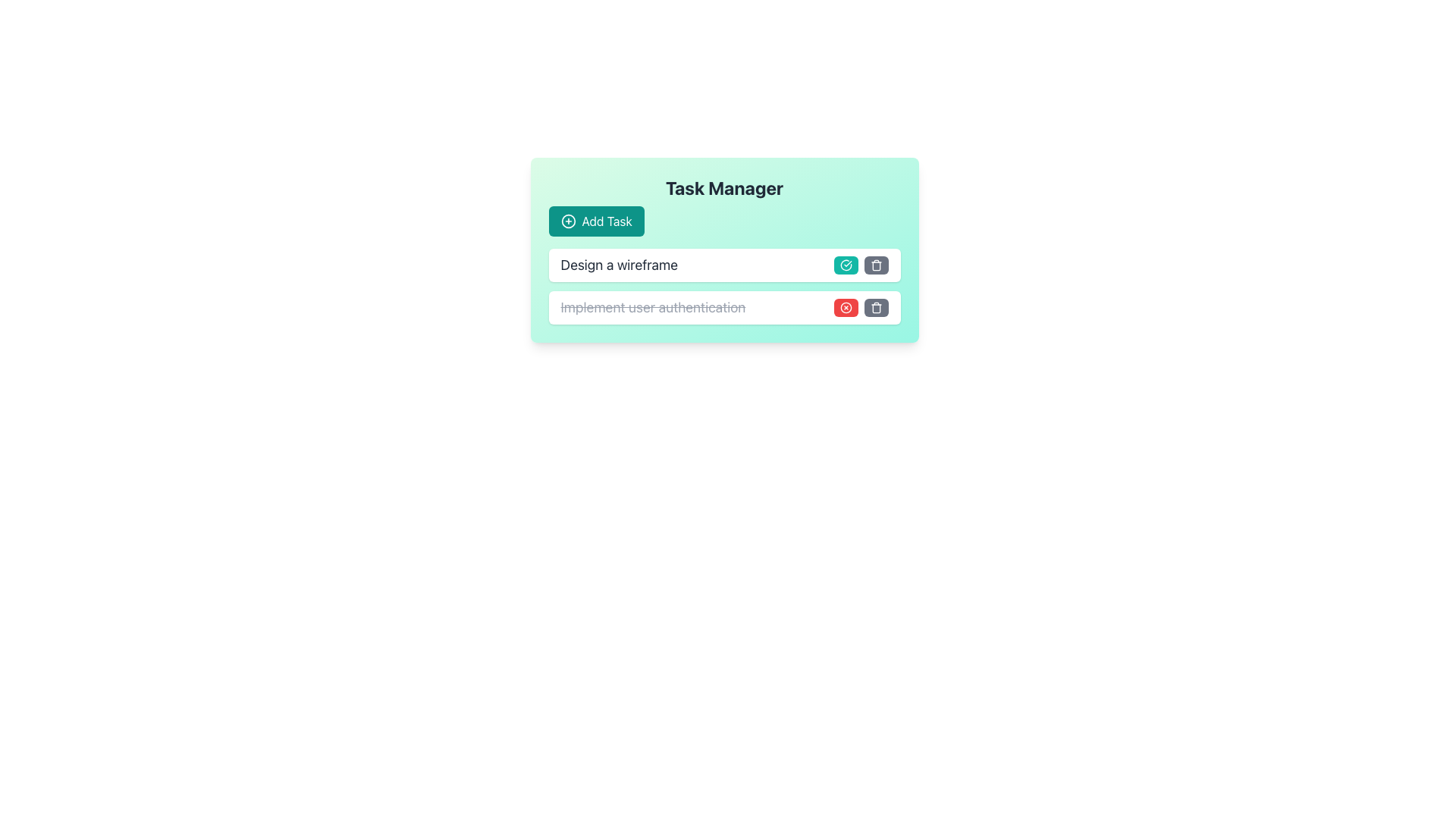 Image resolution: width=1456 pixels, height=819 pixels. What do you see at coordinates (723, 206) in the screenshot?
I see `across the 'Task Manager' heading` at bounding box center [723, 206].